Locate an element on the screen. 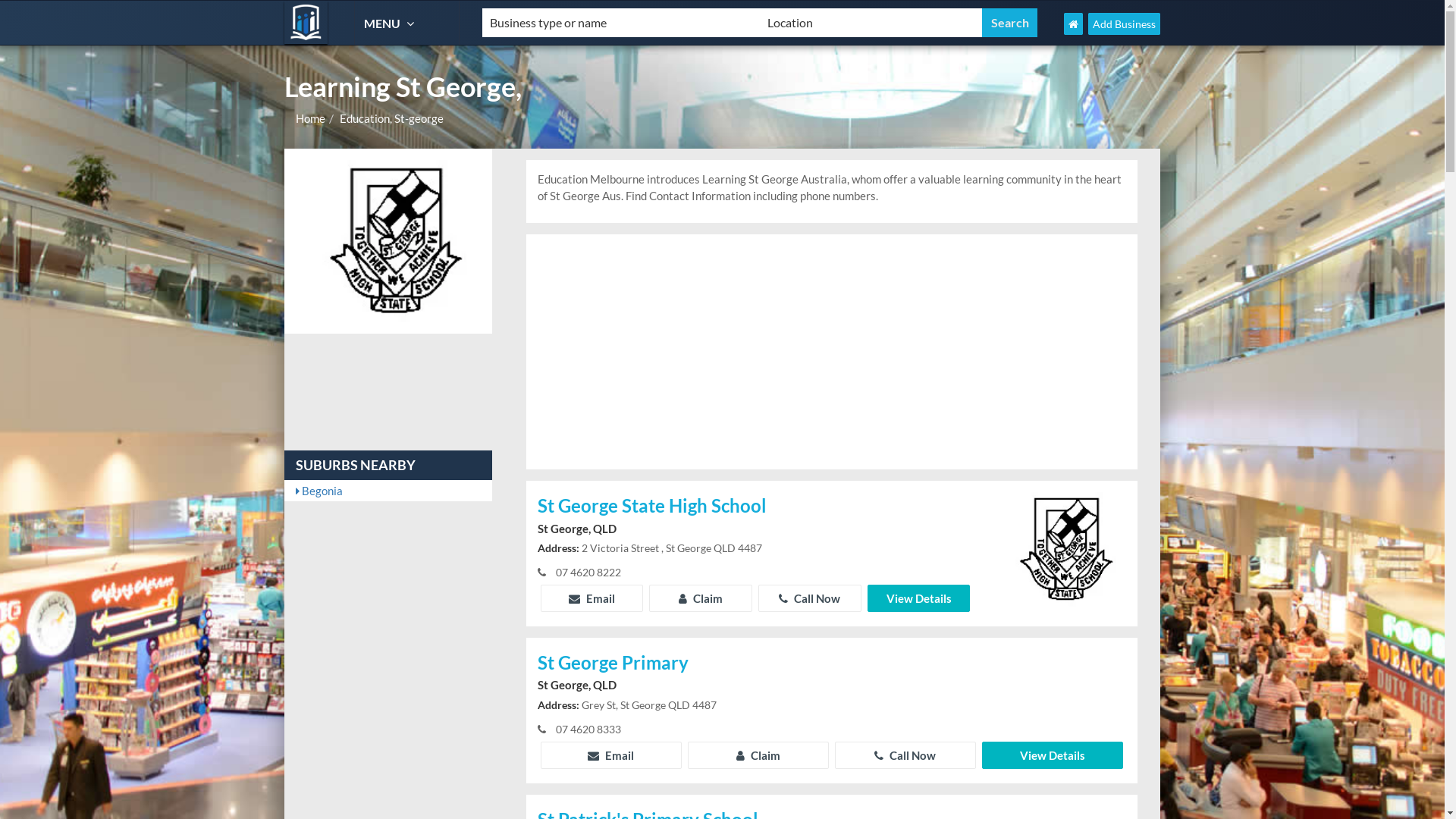 Image resolution: width=1456 pixels, height=819 pixels. 'Add Business' is located at coordinates (1087, 24).